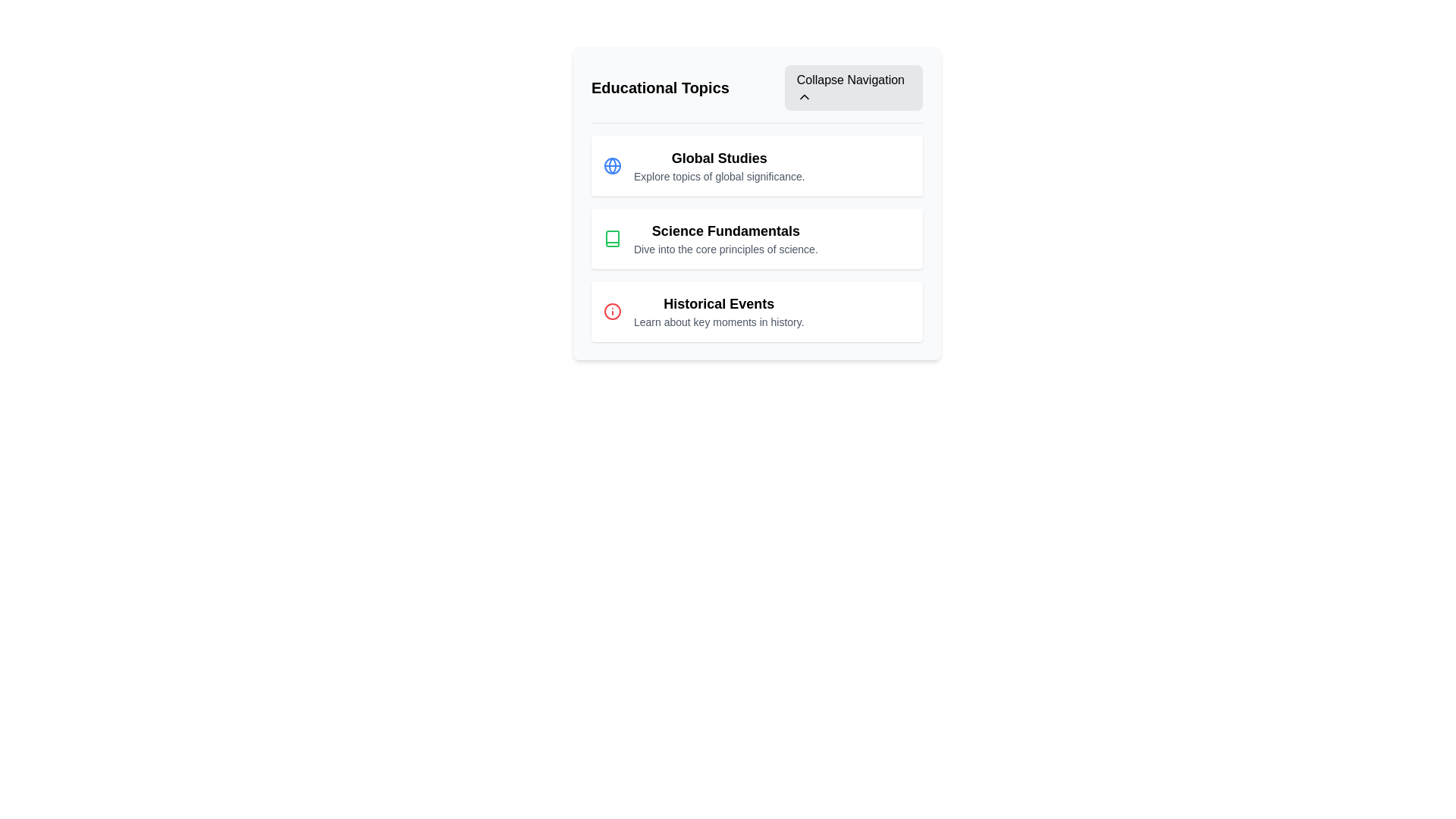 Image resolution: width=1456 pixels, height=819 pixels. What do you see at coordinates (612, 166) in the screenshot?
I see `the blue globe icon that is the leftmost item in the 'Global Studies' card, located at the top left corner adjacent to the heading 'Global Studies'` at bounding box center [612, 166].